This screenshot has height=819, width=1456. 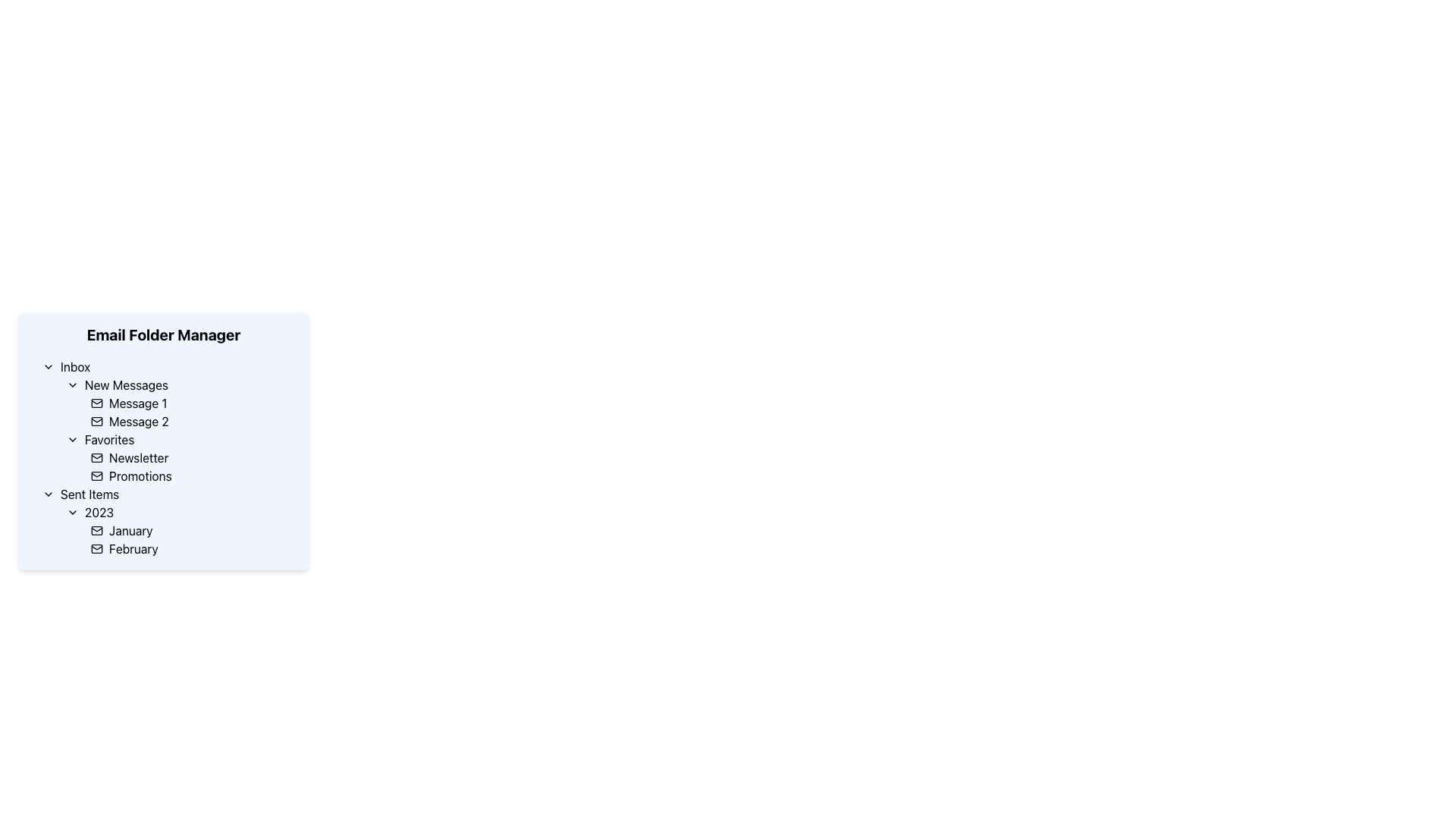 I want to click on the Navigational Text Label displaying 'January' located under the 'Sent Items > 2023' hierarchy, so click(x=130, y=529).